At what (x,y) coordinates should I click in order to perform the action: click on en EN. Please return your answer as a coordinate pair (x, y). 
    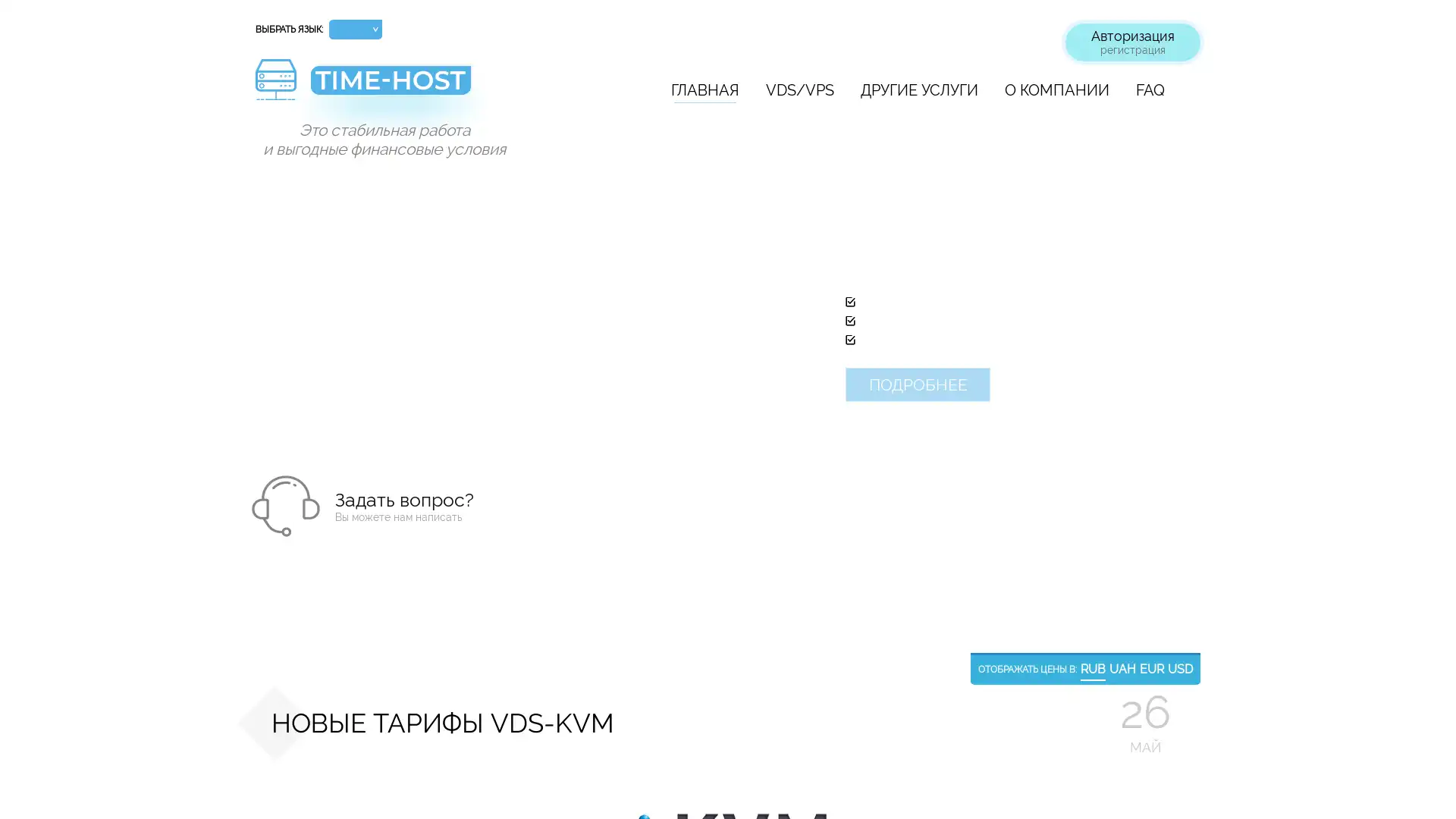
    Looking at the image, I should click on (355, 69).